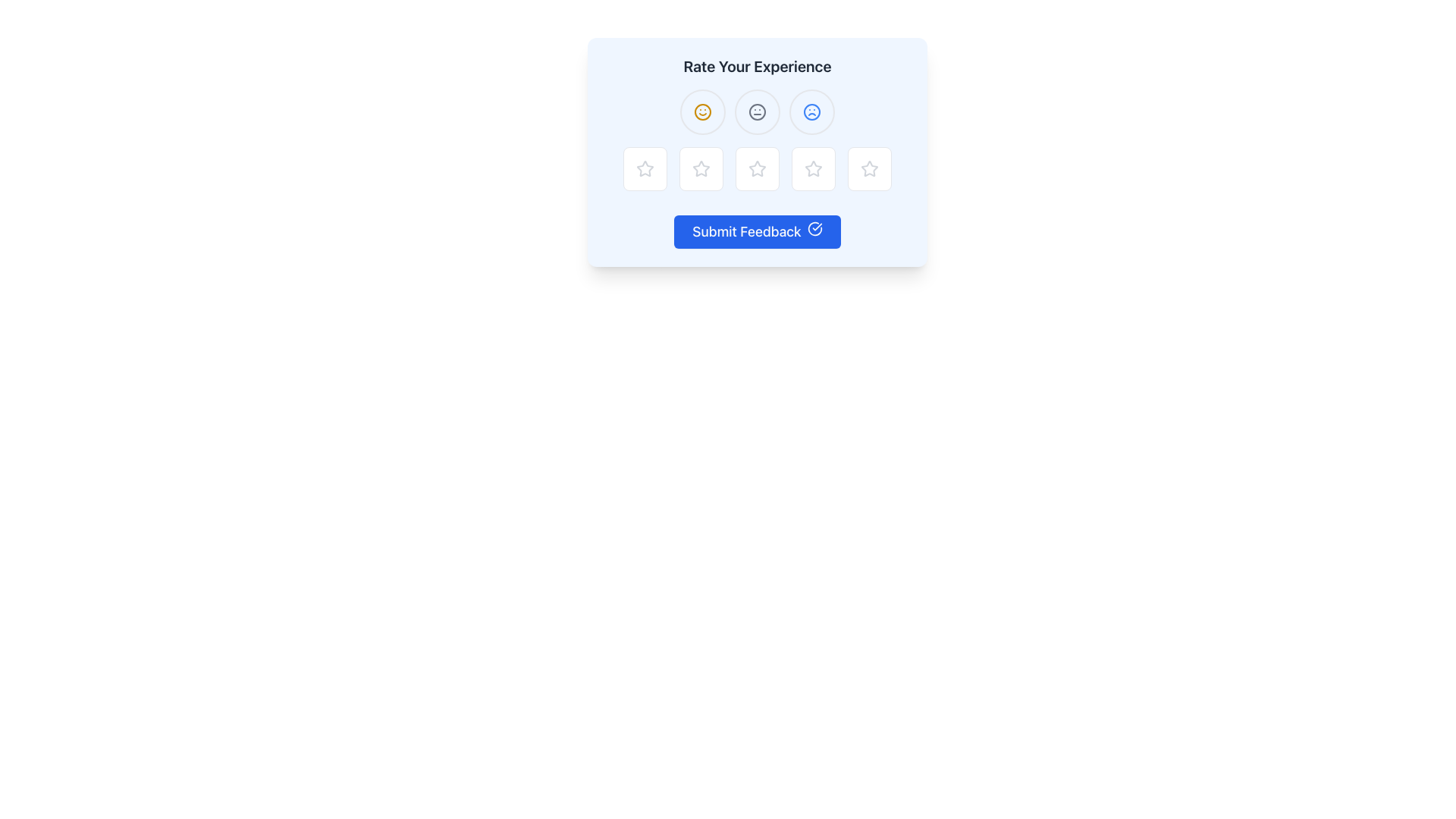 Image resolution: width=1456 pixels, height=819 pixels. I want to click on the fourth star icon in the rating system, so click(813, 169).